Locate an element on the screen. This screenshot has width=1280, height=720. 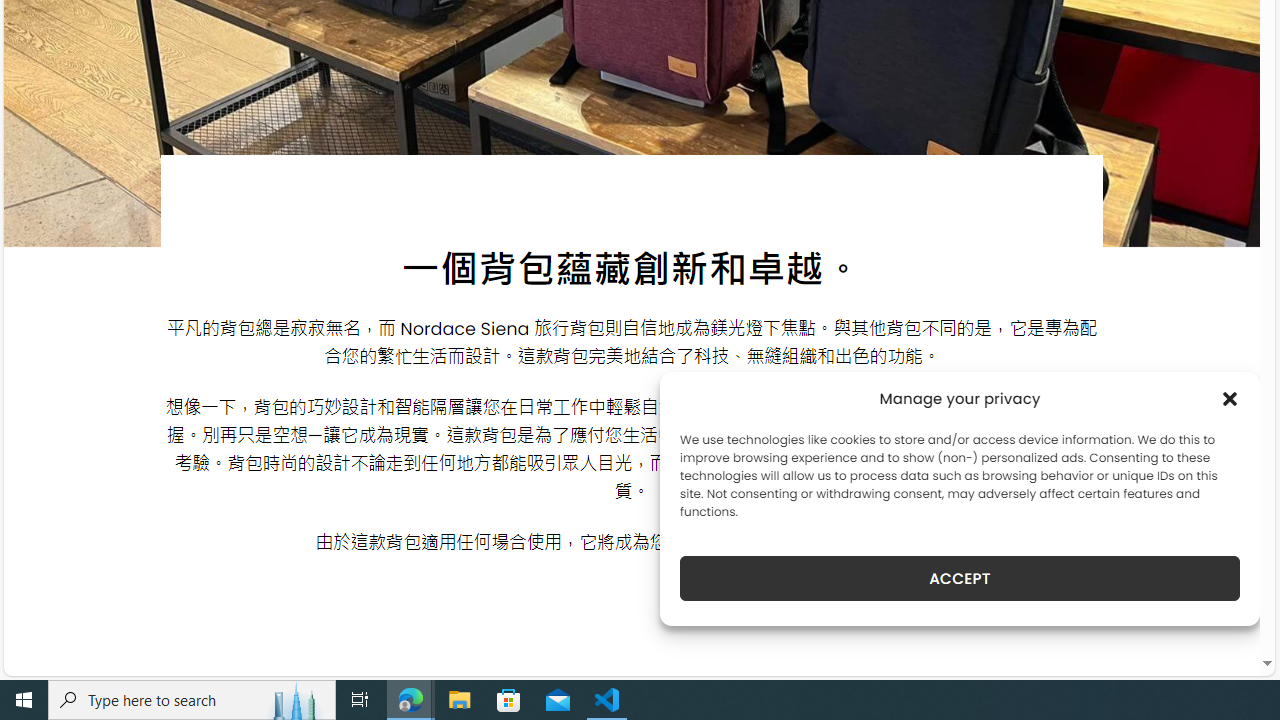
'File Explorer' is located at coordinates (459, 698).